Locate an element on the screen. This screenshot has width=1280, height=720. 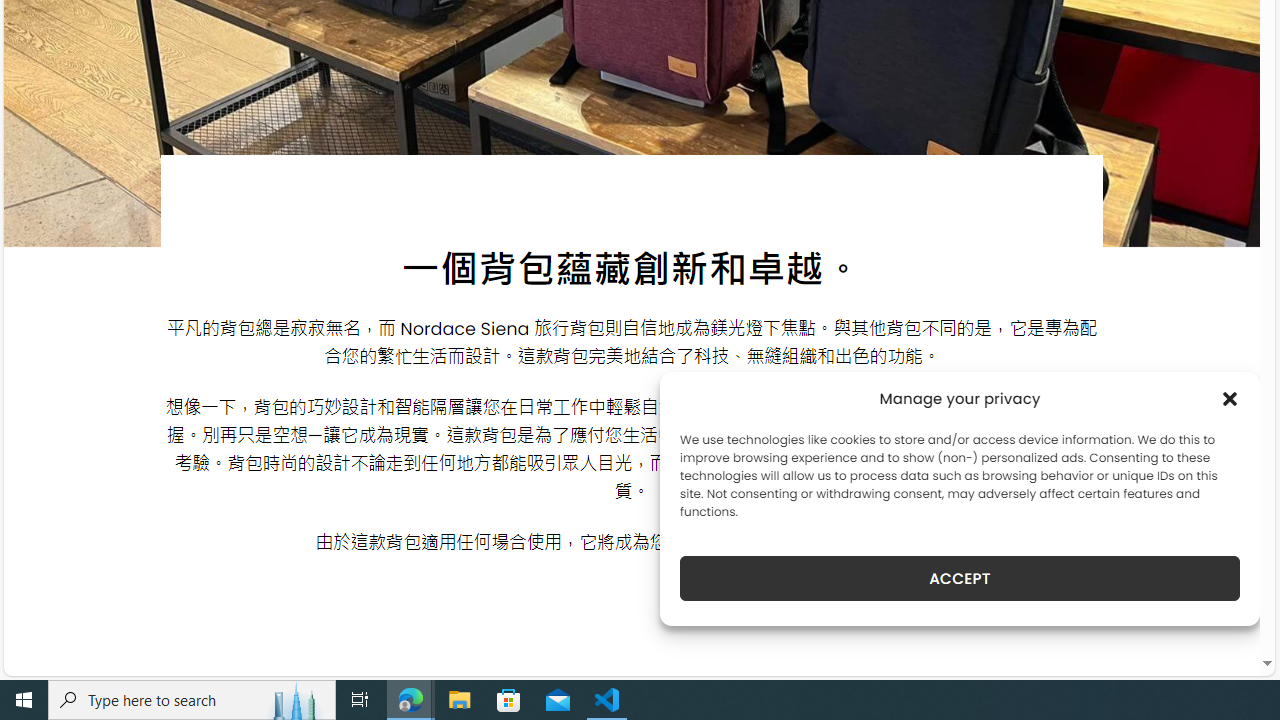
'File Explorer' is located at coordinates (459, 698).